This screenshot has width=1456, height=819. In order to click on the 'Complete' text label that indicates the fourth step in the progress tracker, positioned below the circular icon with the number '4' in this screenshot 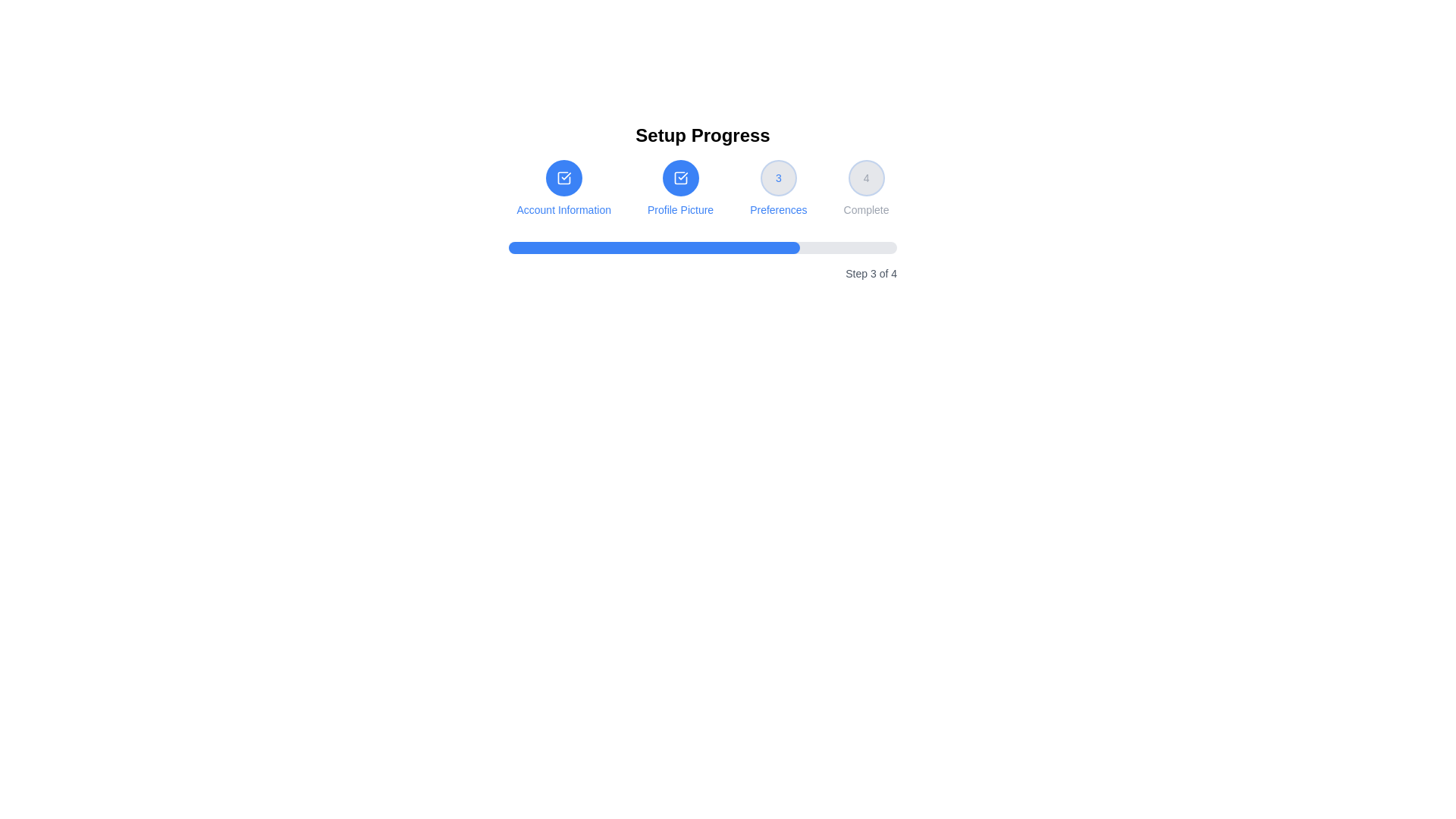, I will do `click(866, 210)`.